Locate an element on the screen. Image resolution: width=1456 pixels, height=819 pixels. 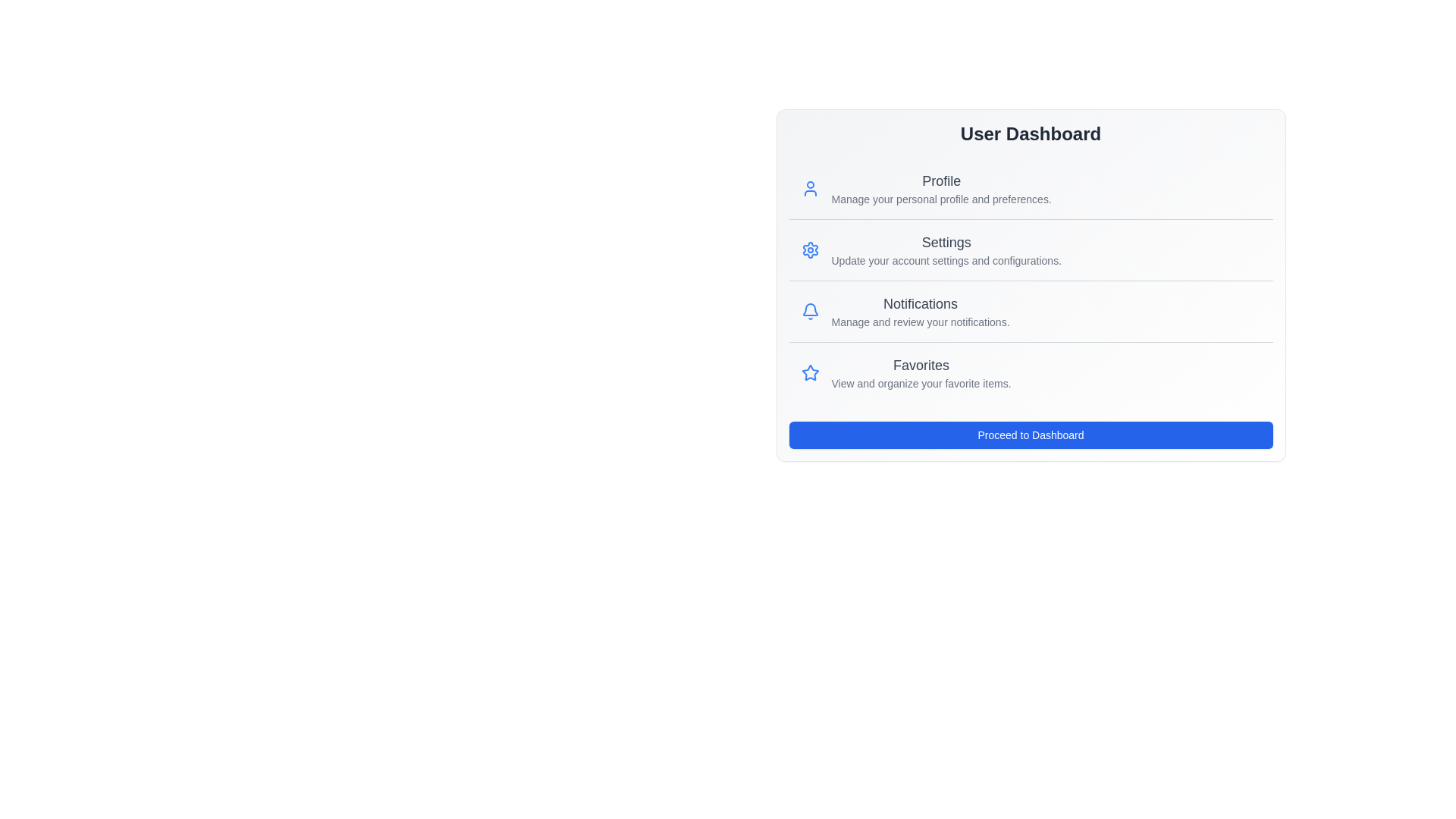
the blue gear-shaped icon next to the gray 'Settings' text is located at coordinates (809, 249).